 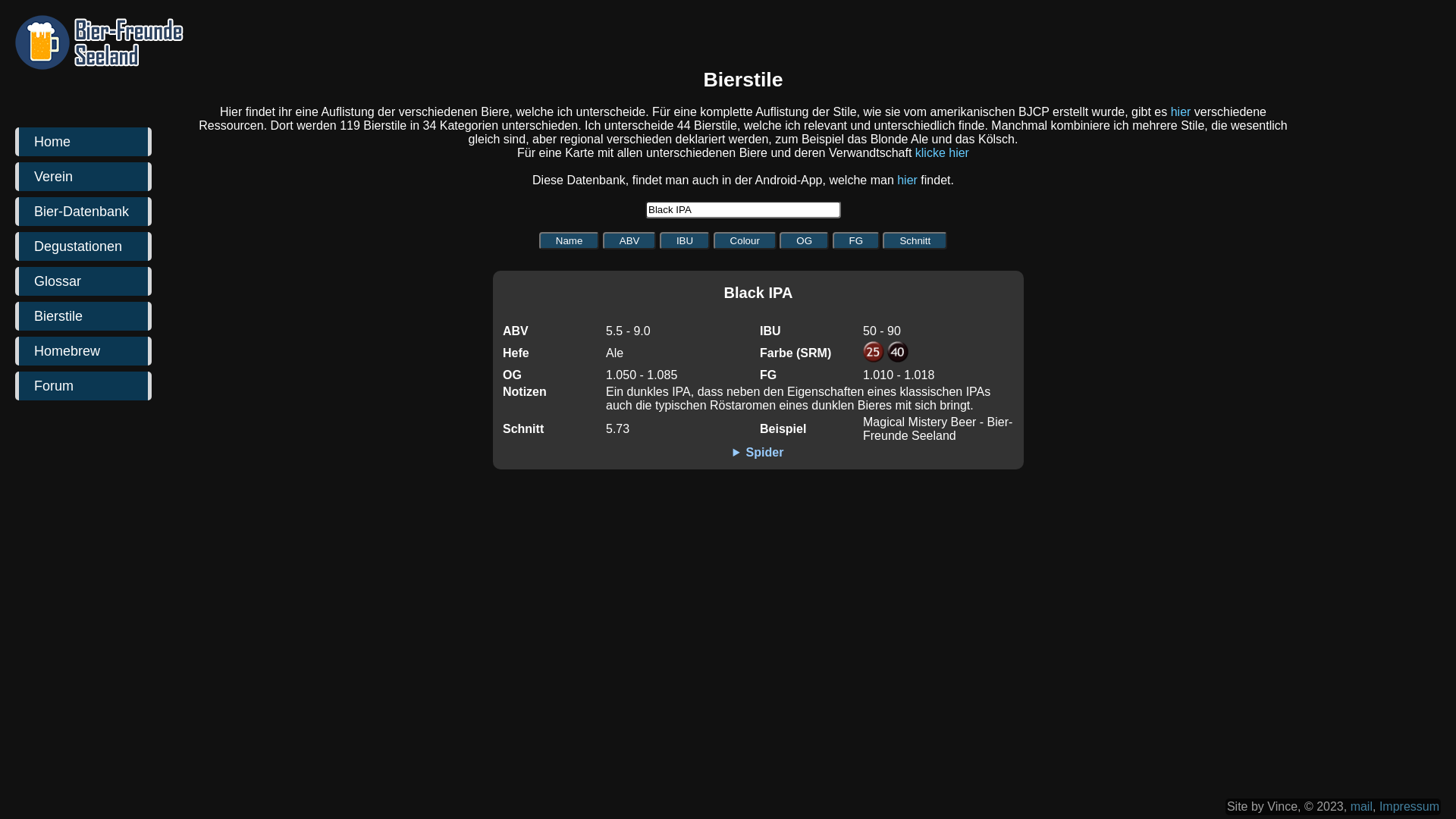 I want to click on 'Glossar', so click(x=83, y=281).